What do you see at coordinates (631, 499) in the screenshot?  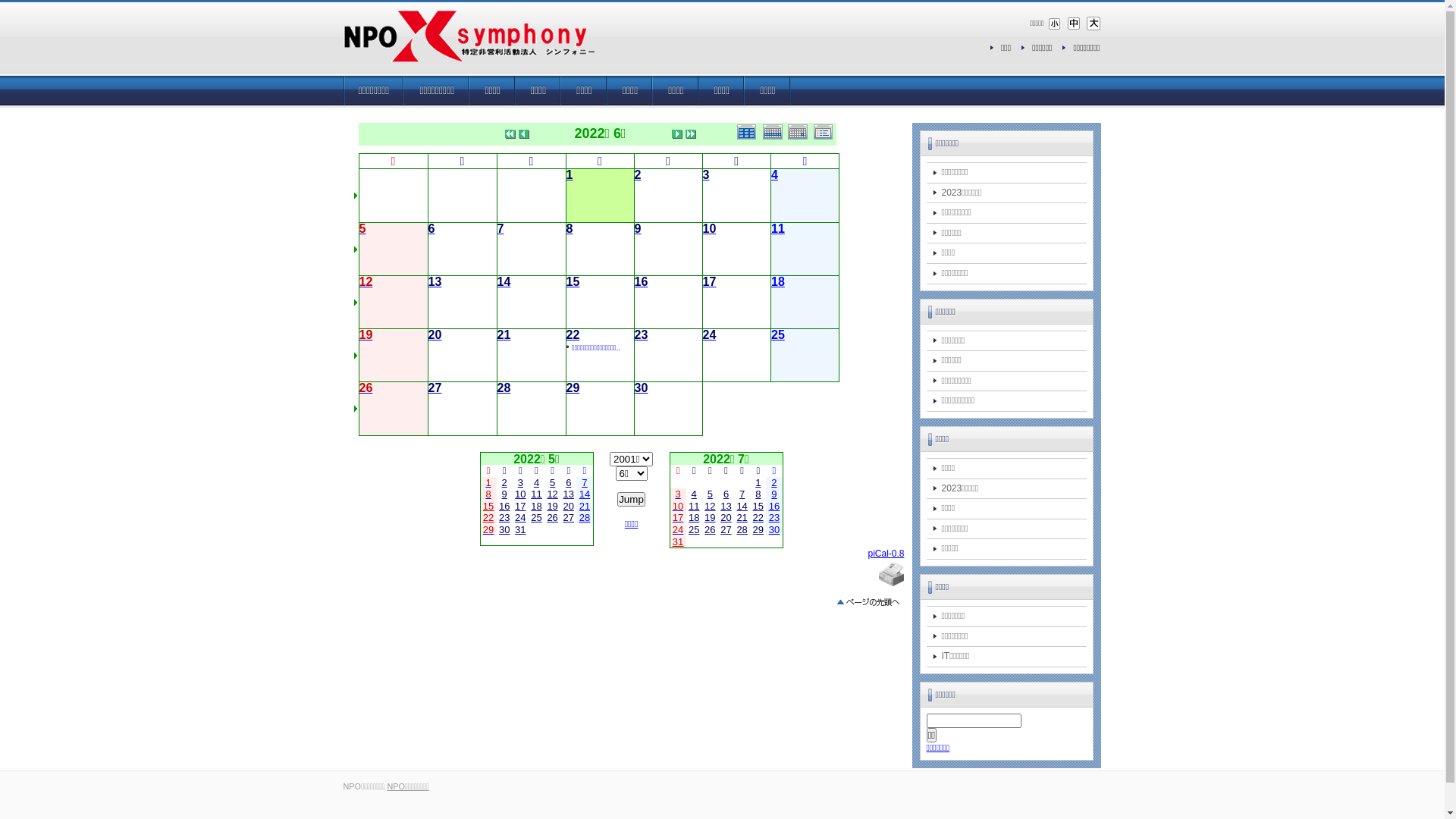 I see `'Jump'` at bounding box center [631, 499].